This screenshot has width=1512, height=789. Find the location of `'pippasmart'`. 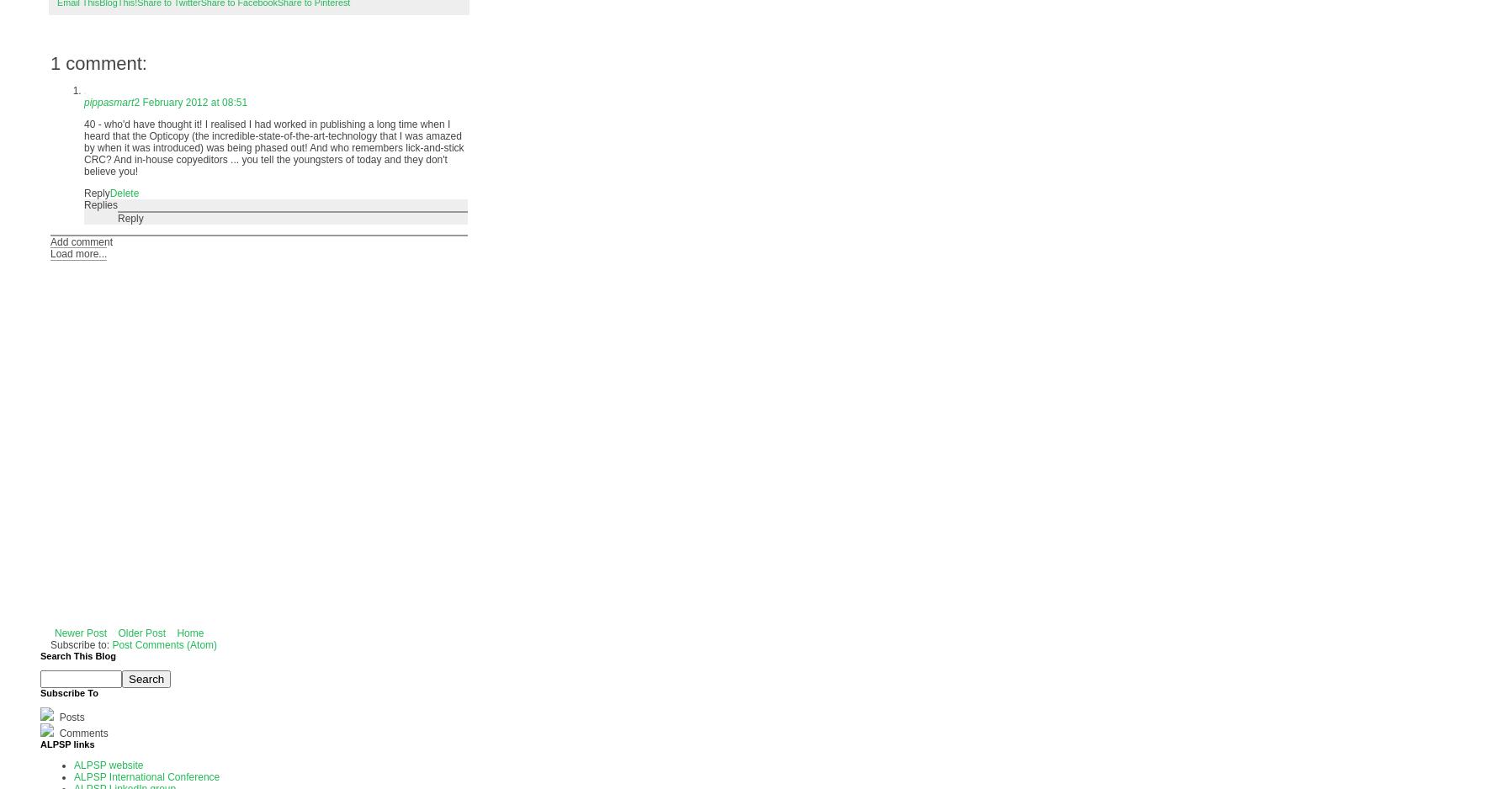

'pippasmart' is located at coordinates (108, 102).